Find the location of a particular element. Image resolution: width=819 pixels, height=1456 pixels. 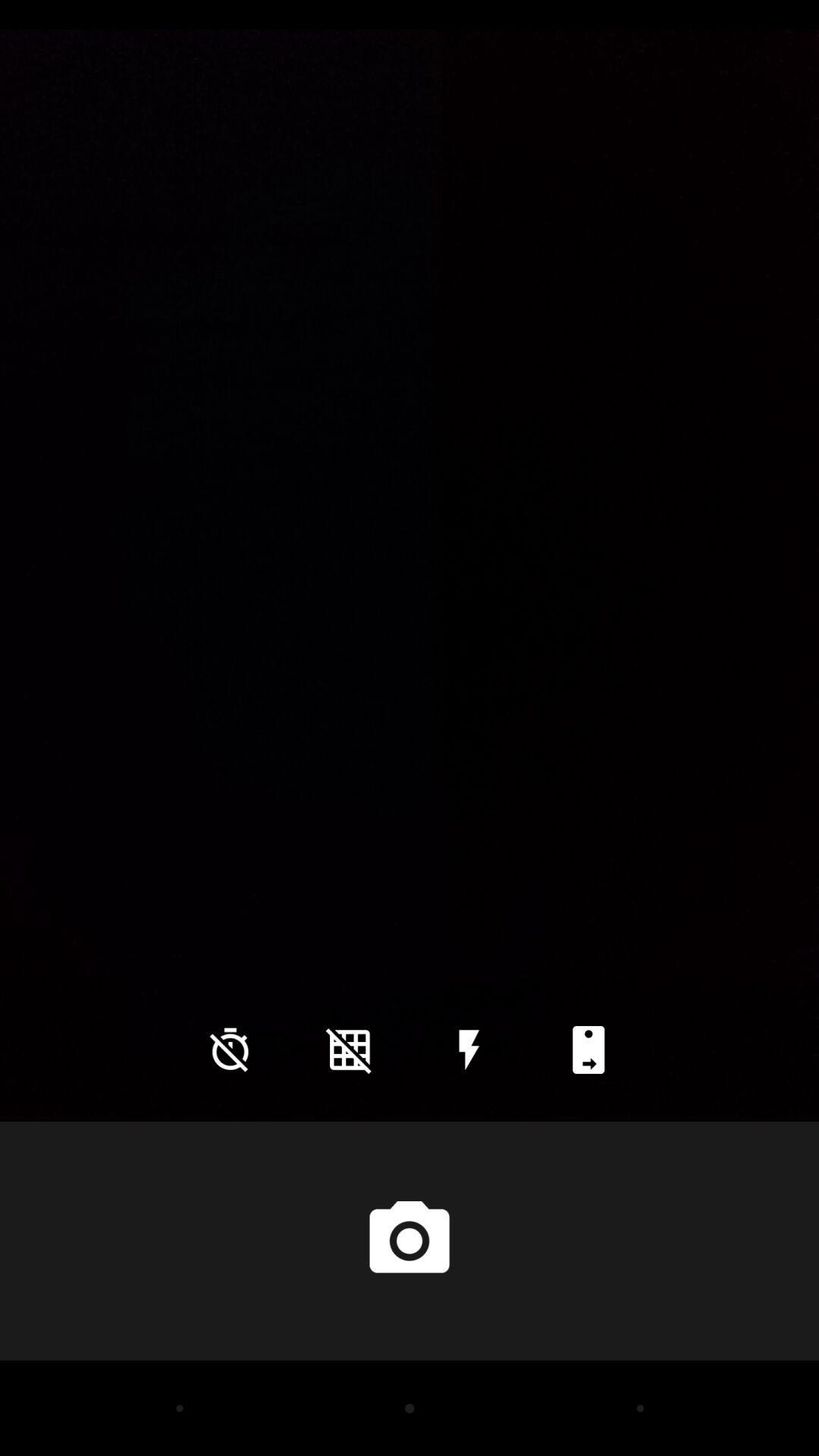

the flash icon is located at coordinates (468, 1049).